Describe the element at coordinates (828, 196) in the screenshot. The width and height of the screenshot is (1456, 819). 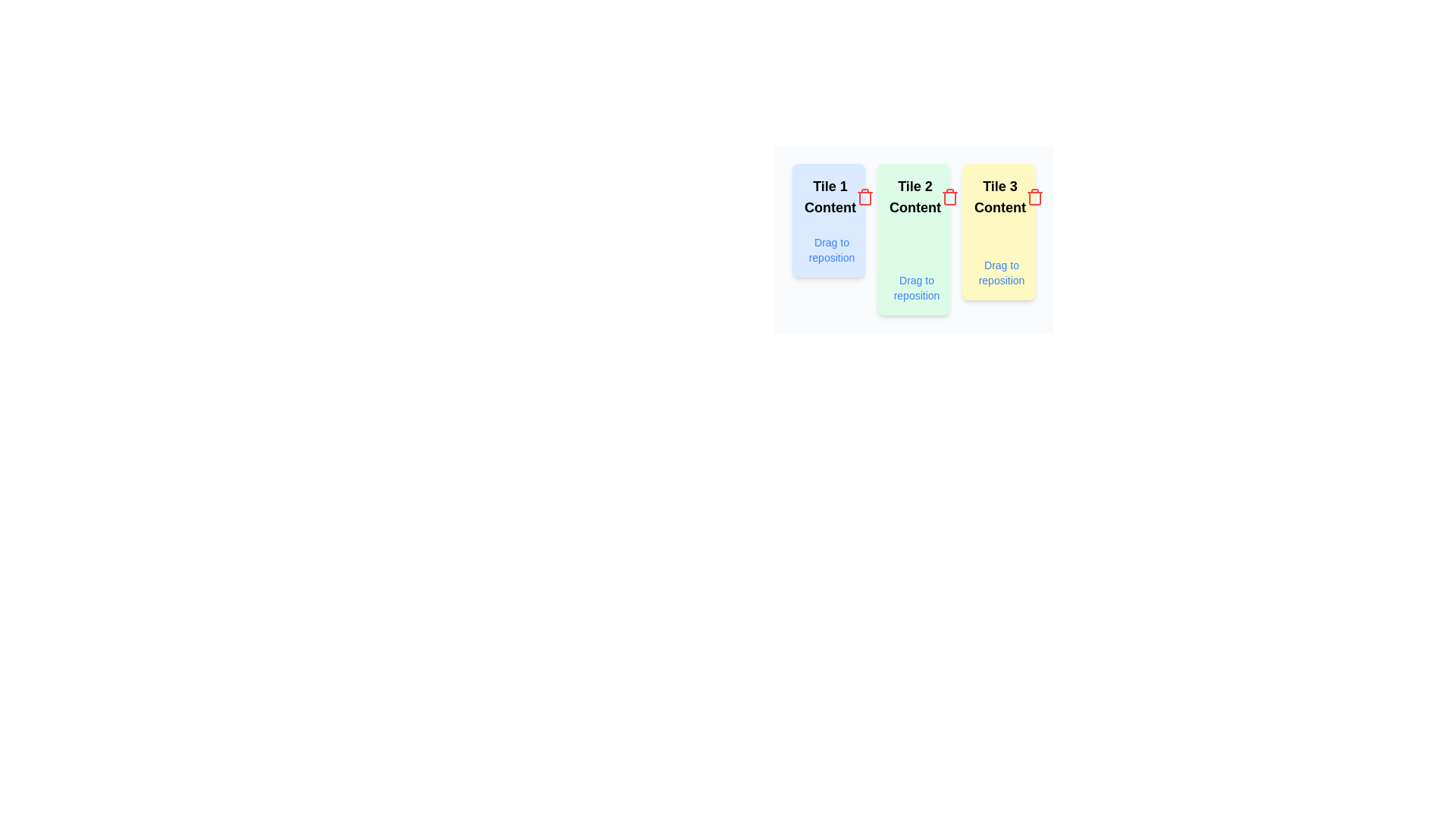
I see `the title or heading displayed in the topmost section of the blue-tinted 'Tile 1' within the first column of the grid layout` at that location.